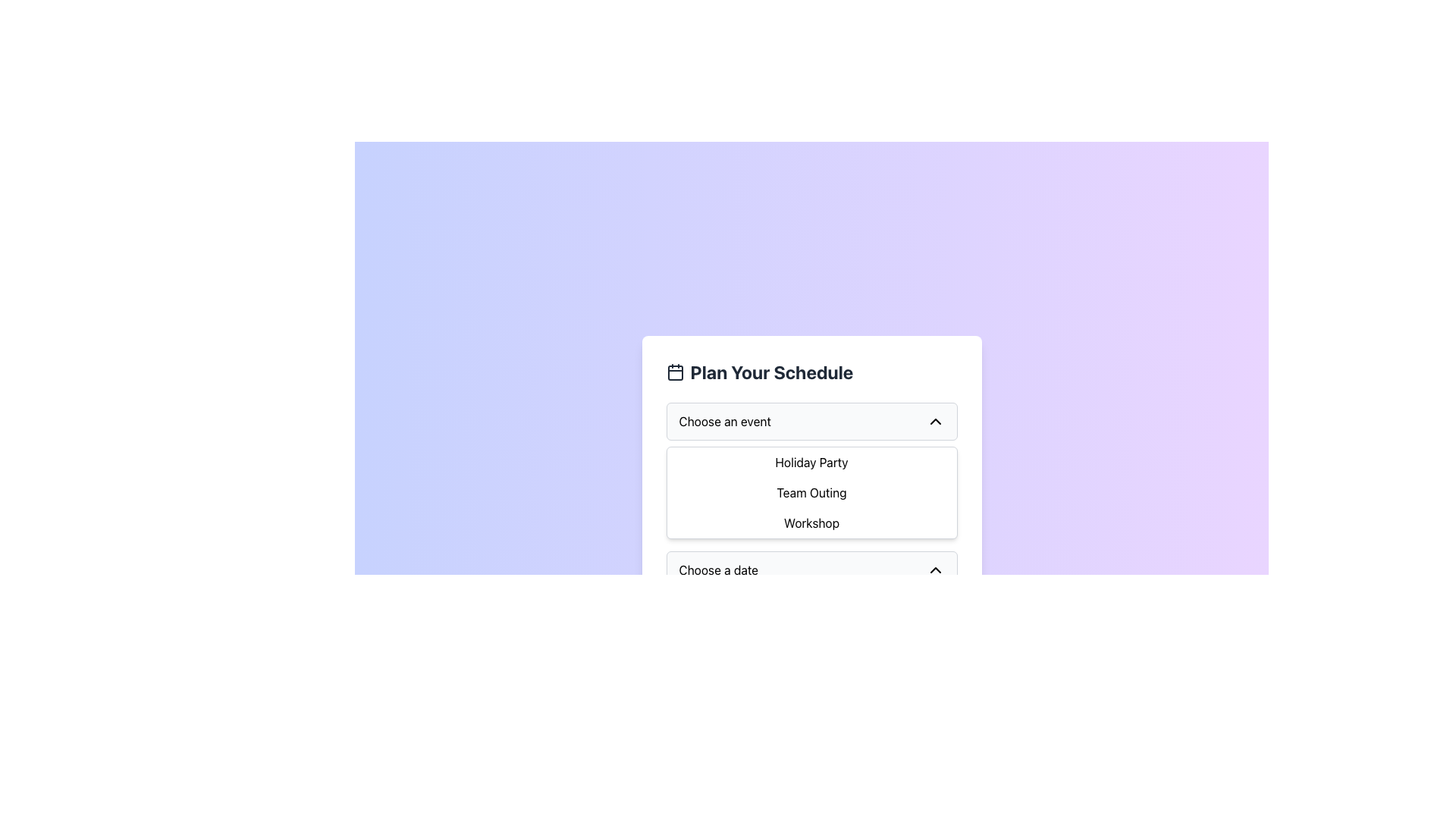 The width and height of the screenshot is (1456, 819). What do you see at coordinates (934, 421) in the screenshot?
I see `the small upward-pointing chevron icon, which is located at the right end of the 'Choose an event' dropdown field` at bounding box center [934, 421].